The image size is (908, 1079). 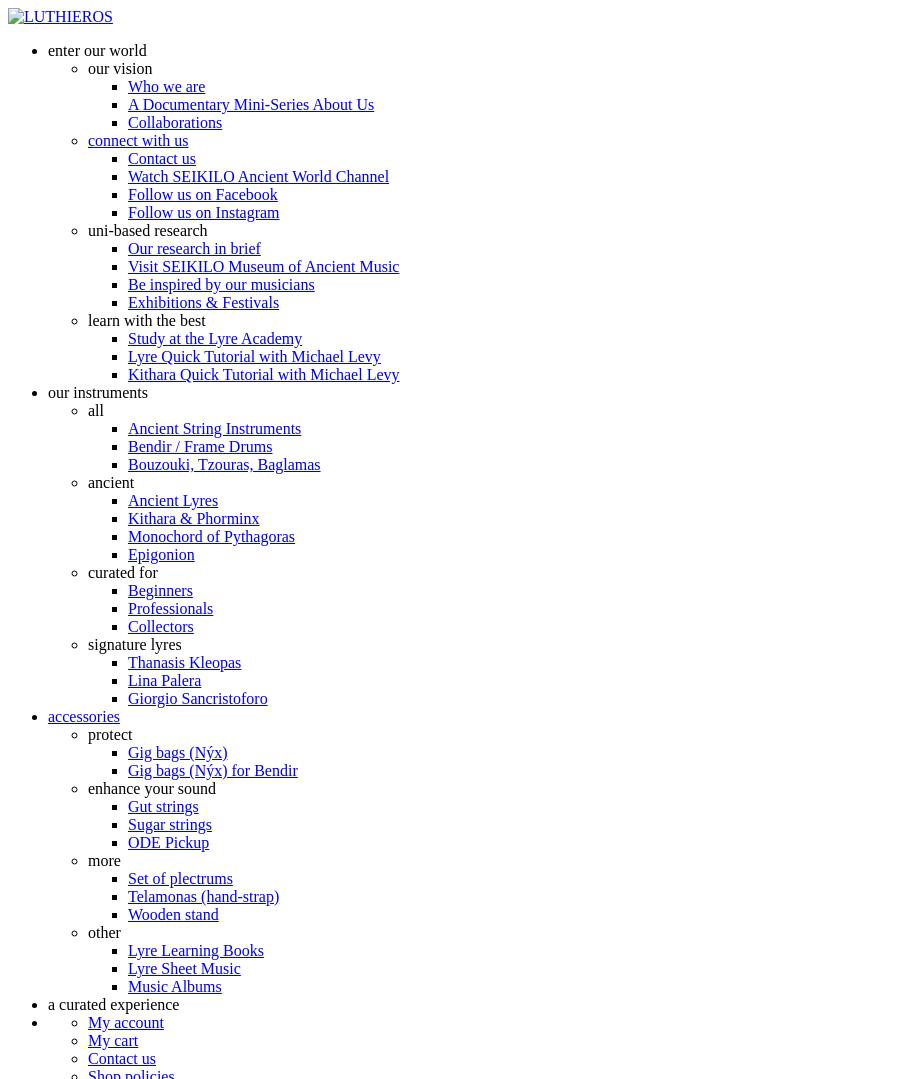 What do you see at coordinates (122, 571) in the screenshot?
I see `'curated for'` at bounding box center [122, 571].